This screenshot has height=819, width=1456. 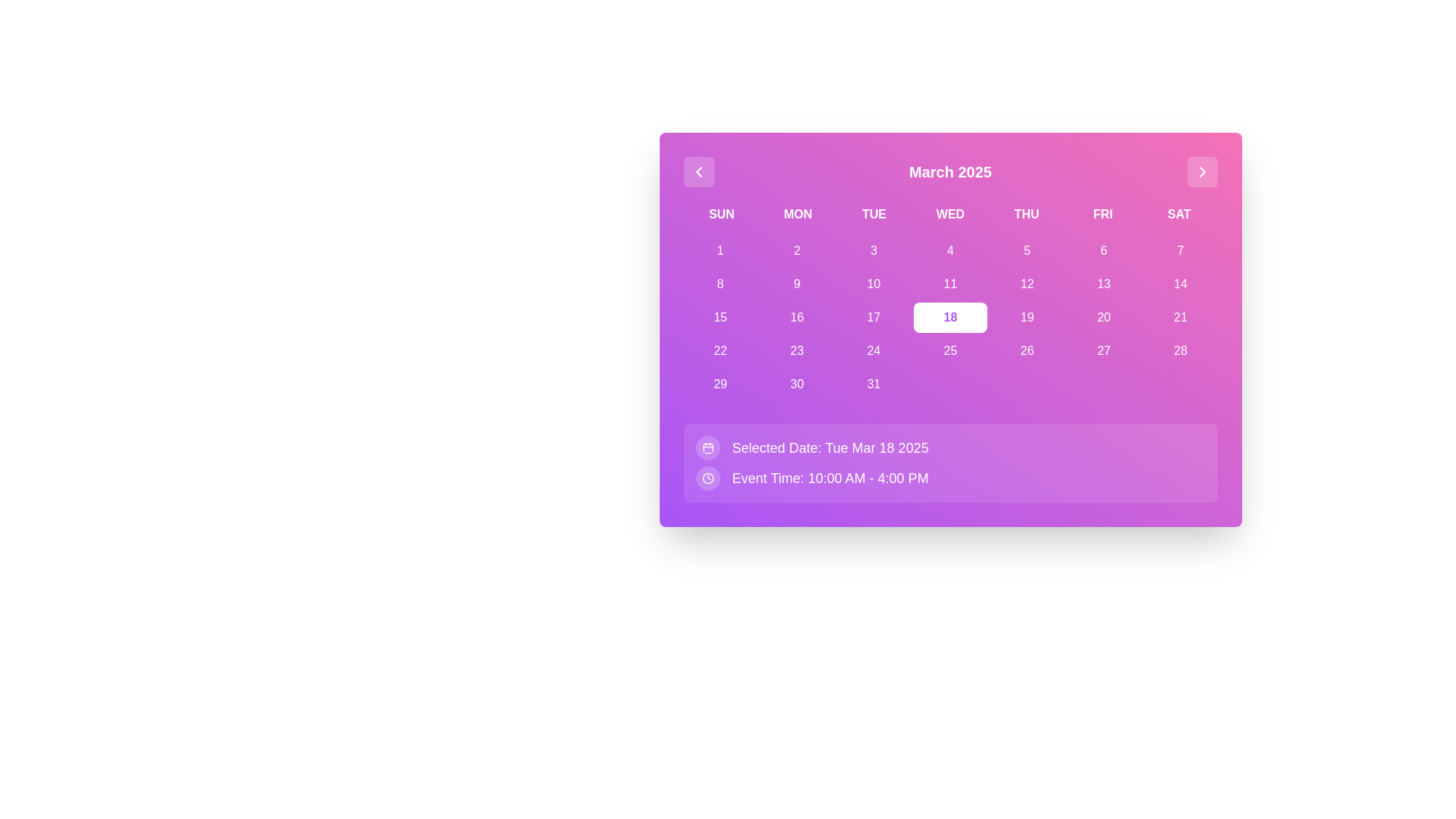 What do you see at coordinates (797, 214) in the screenshot?
I see `the 'MON' text label in the calendar interface, which represents Monday in the row of weekday abbreviations` at bounding box center [797, 214].